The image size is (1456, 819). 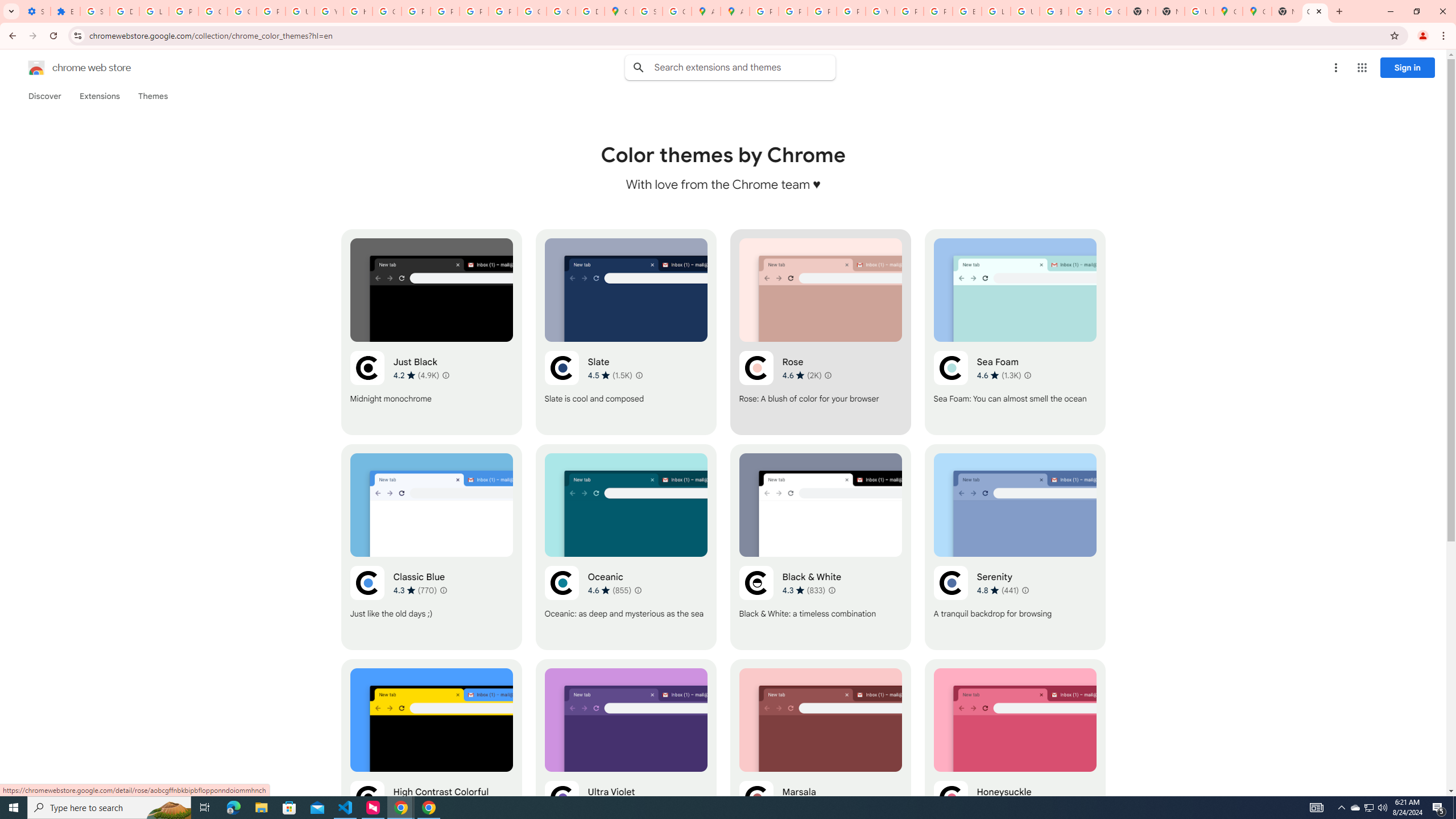 I want to click on 'Average rating 4.6 out of 5 stars. 1.3K ratings.', so click(x=999, y=375).